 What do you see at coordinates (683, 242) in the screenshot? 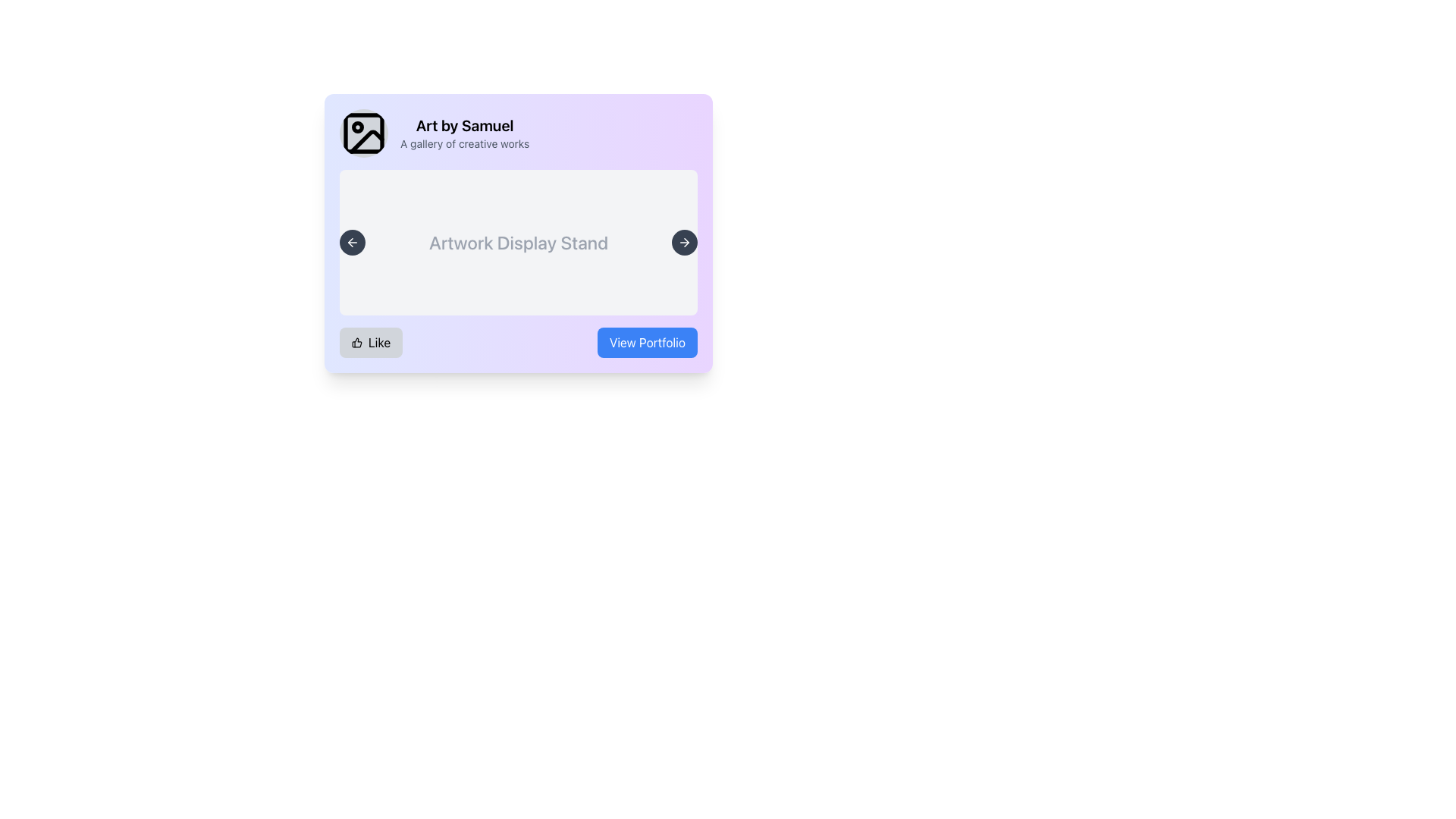
I see `the arrow icon button located inside a small circular button` at bounding box center [683, 242].